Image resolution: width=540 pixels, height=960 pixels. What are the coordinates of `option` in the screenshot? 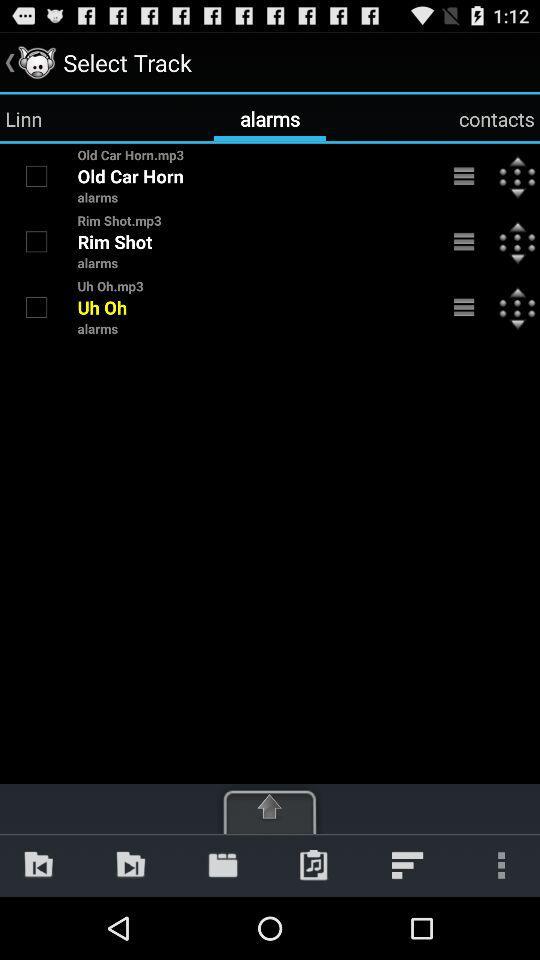 It's located at (36, 307).